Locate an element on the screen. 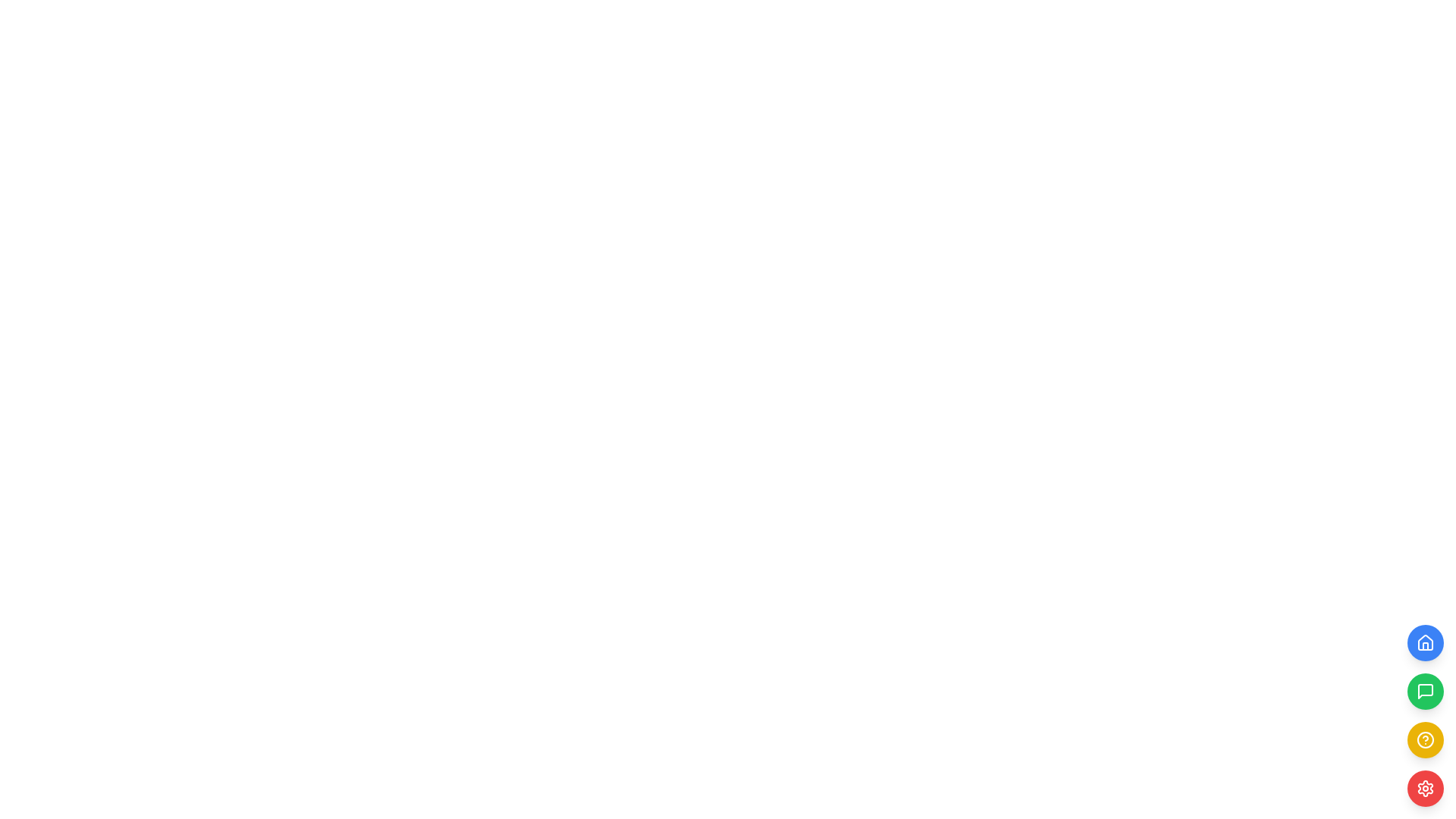 The image size is (1456, 819). the third circular button in a vertical row of four buttons, located below the green chat icon and above the red settings button is located at coordinates (1425, 716).